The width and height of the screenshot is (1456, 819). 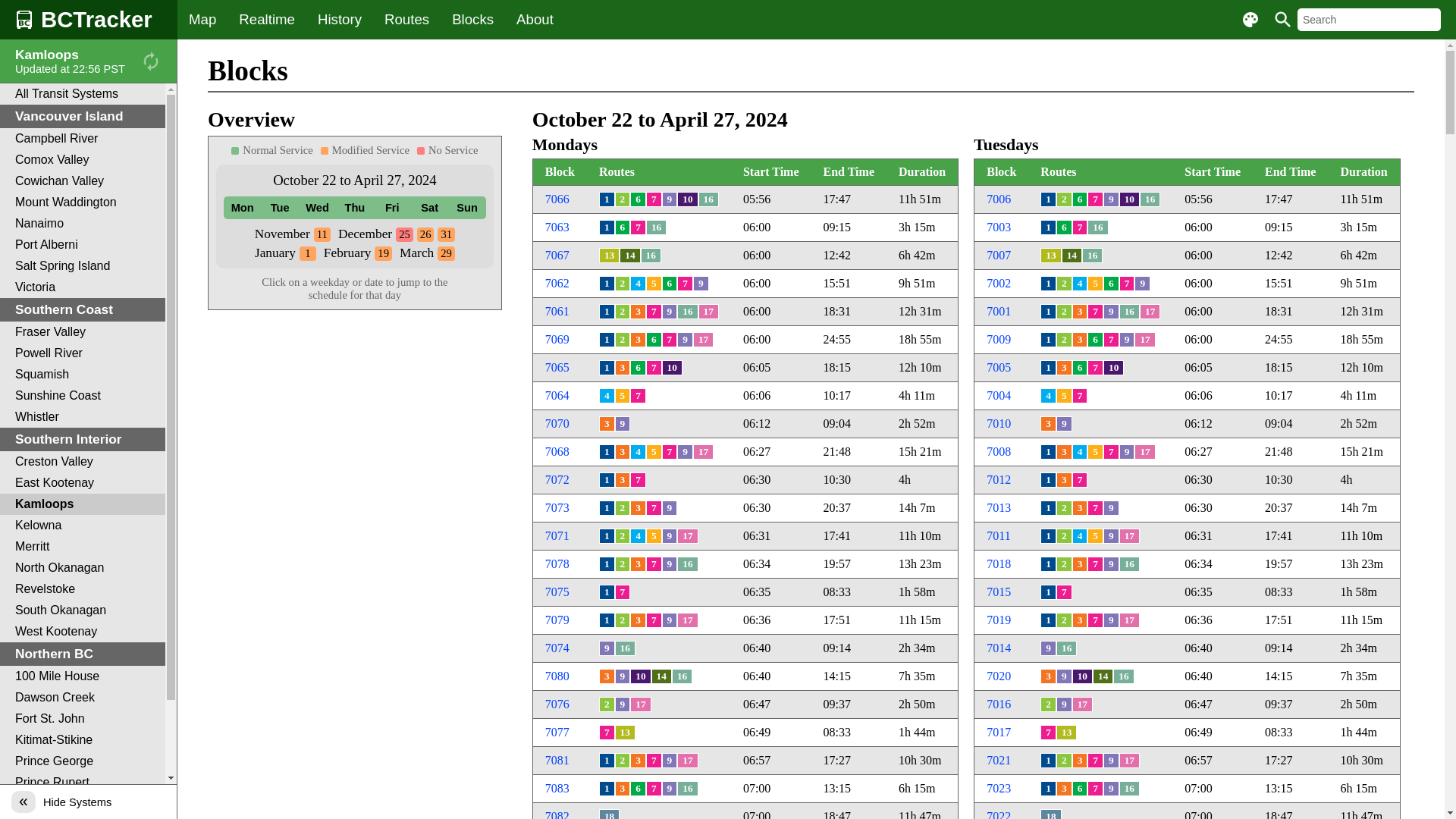 What do you see at coordinates (607, 648) in the screenshot?
I see `'9'` at bounding box center [607, 648].